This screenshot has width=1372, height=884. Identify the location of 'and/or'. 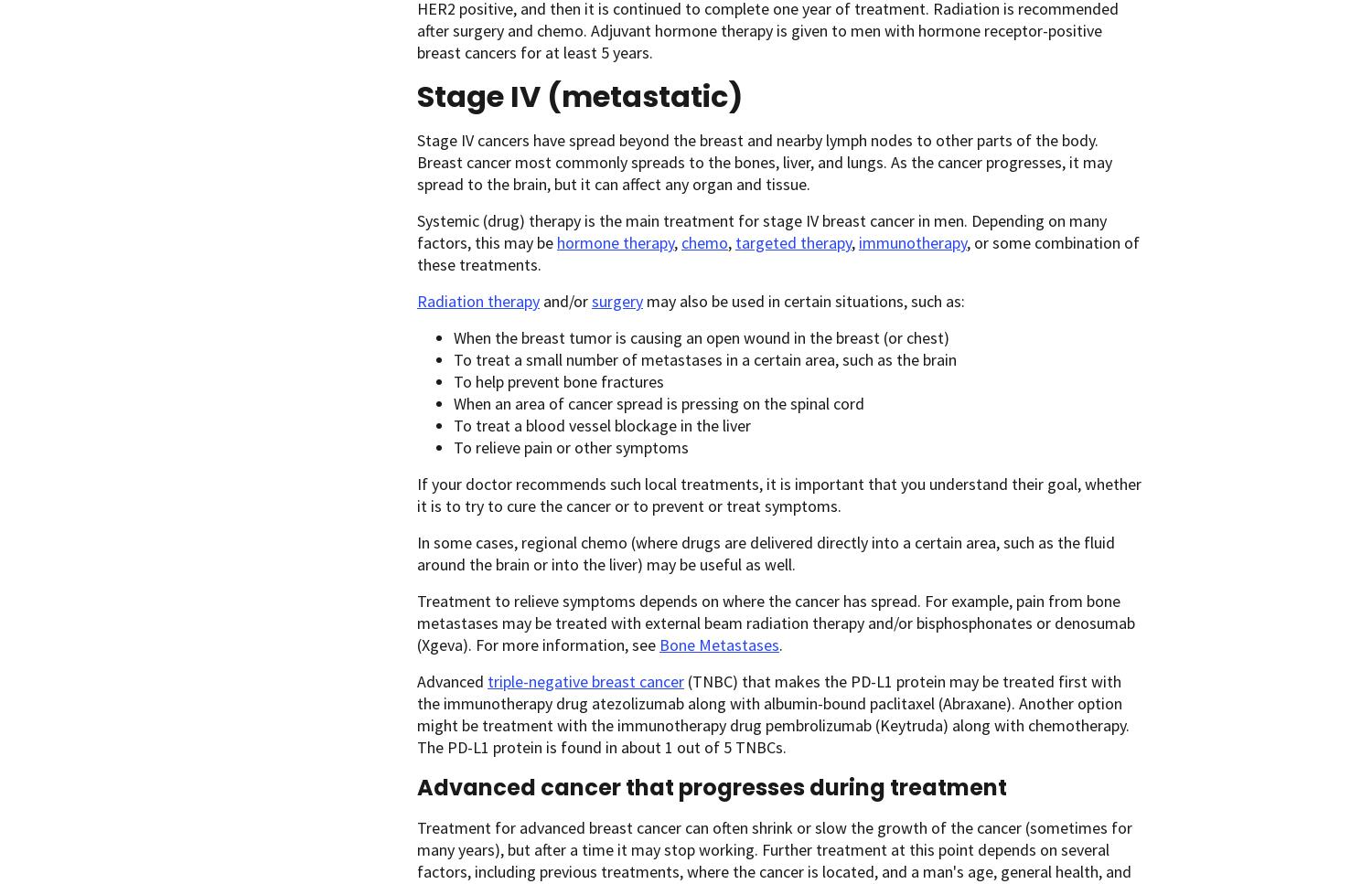
(538, 301).